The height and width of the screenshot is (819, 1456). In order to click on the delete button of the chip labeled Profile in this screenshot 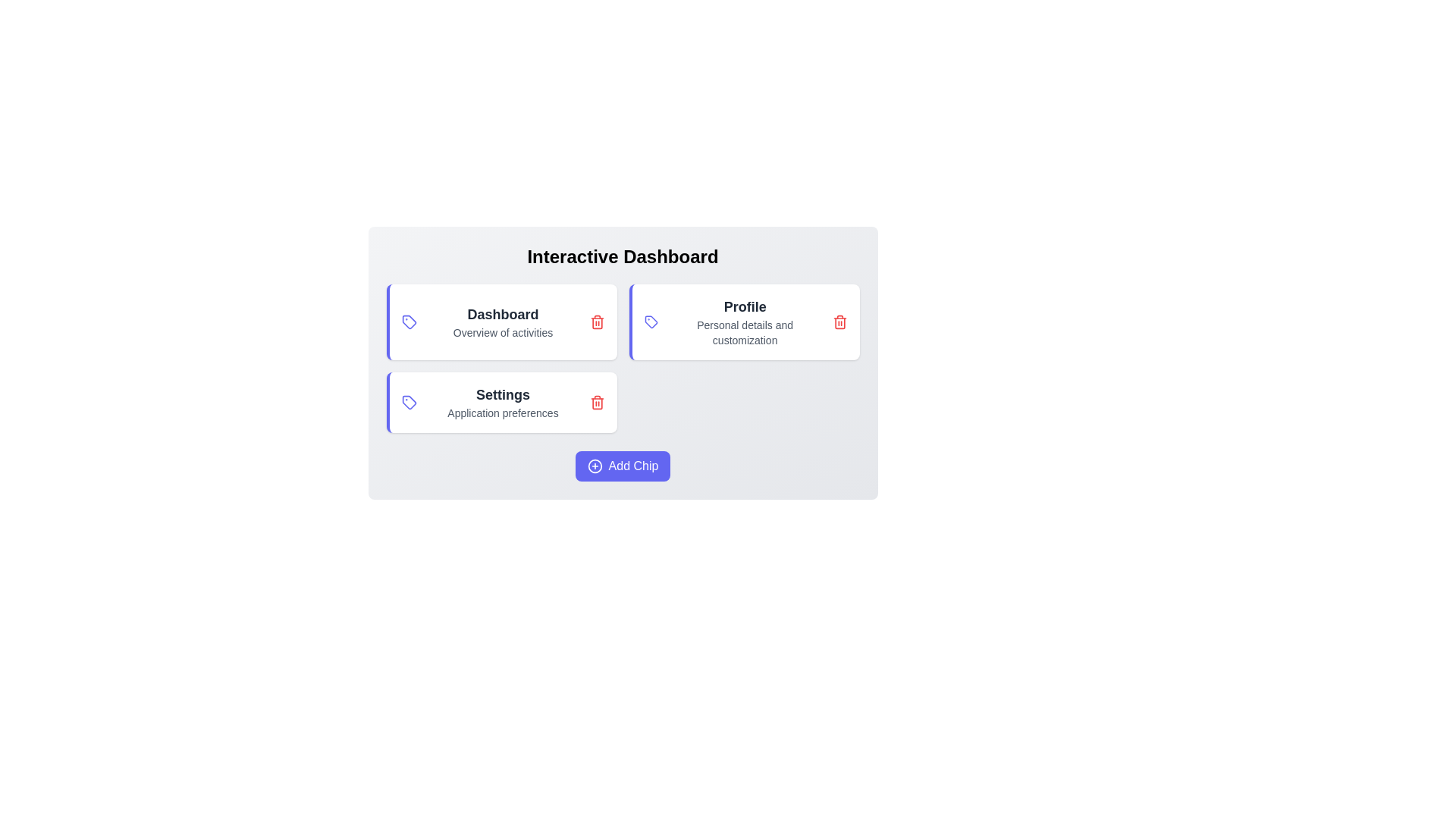, I will do `click(839, 321)`.